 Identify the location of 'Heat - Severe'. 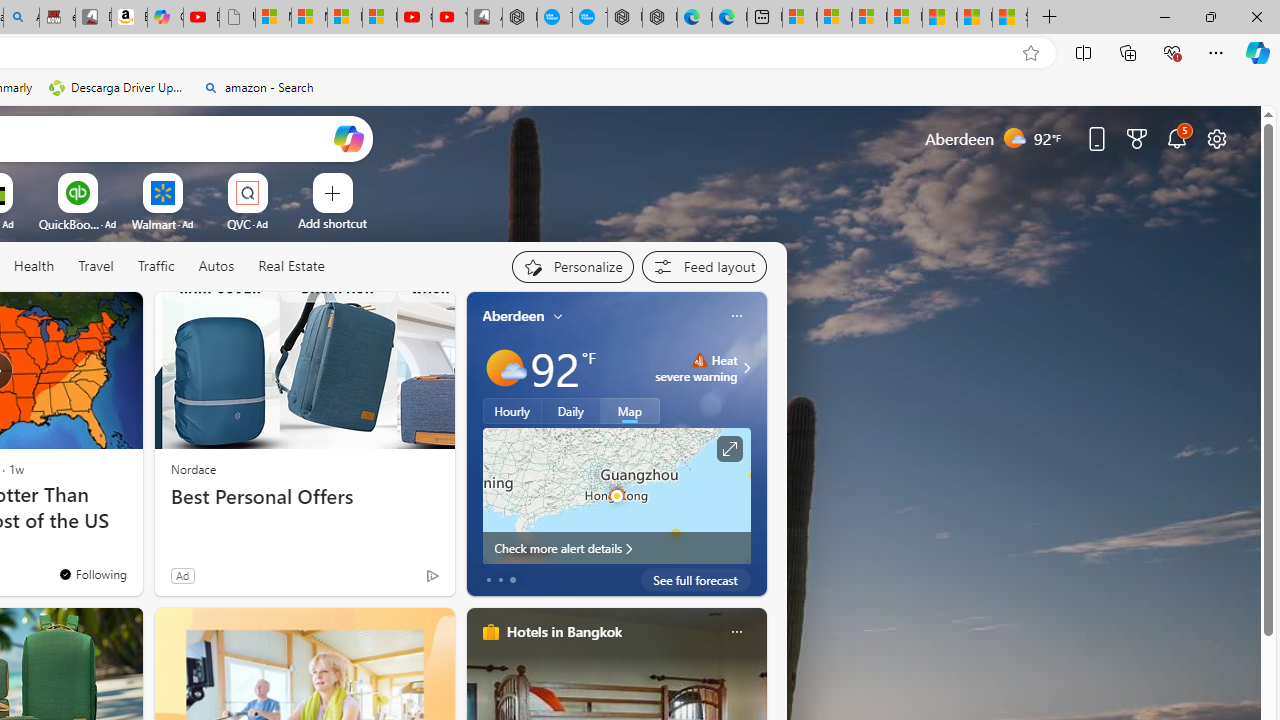
(699, 360).